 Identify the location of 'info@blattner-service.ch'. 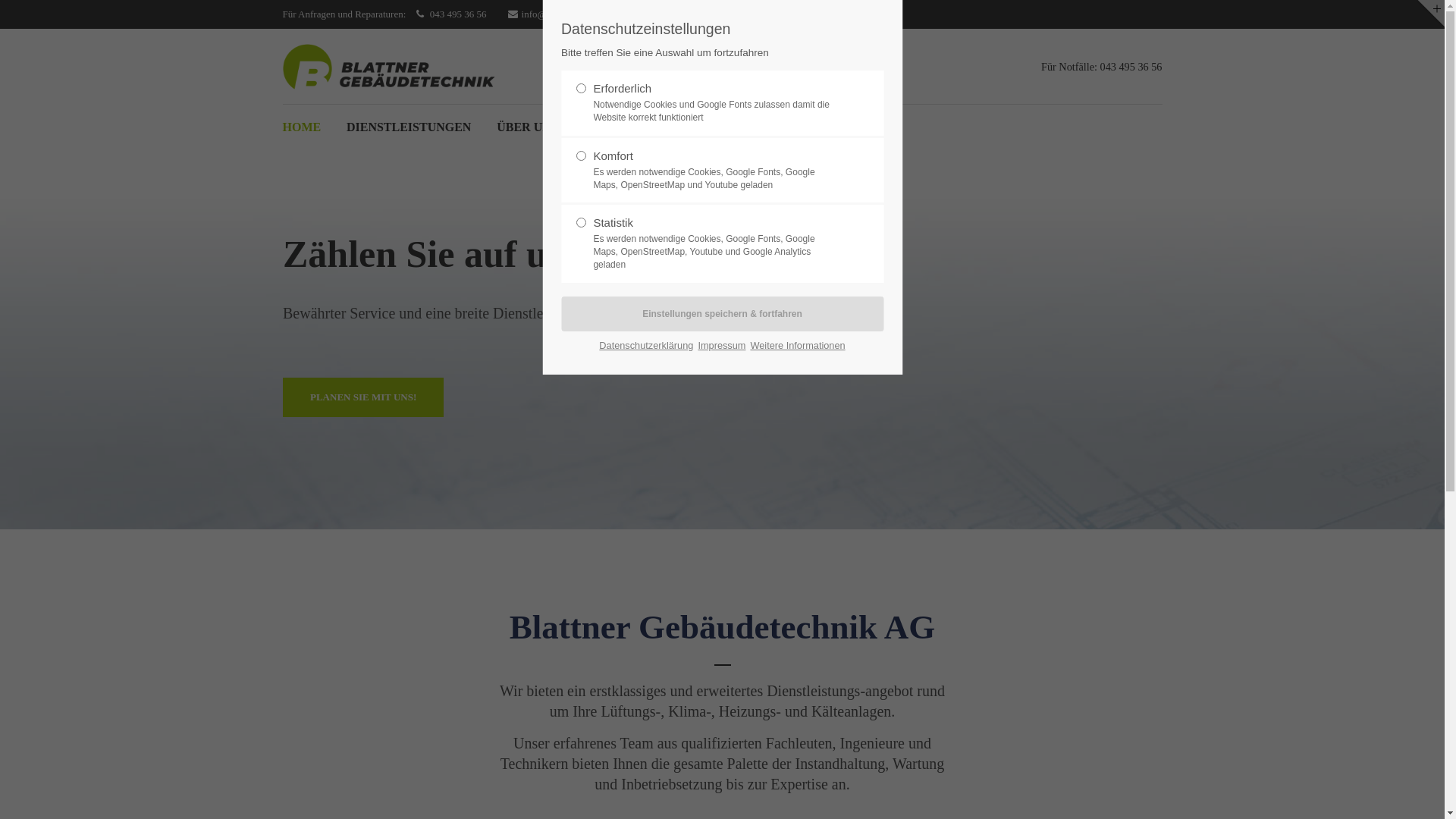
(560, 14).